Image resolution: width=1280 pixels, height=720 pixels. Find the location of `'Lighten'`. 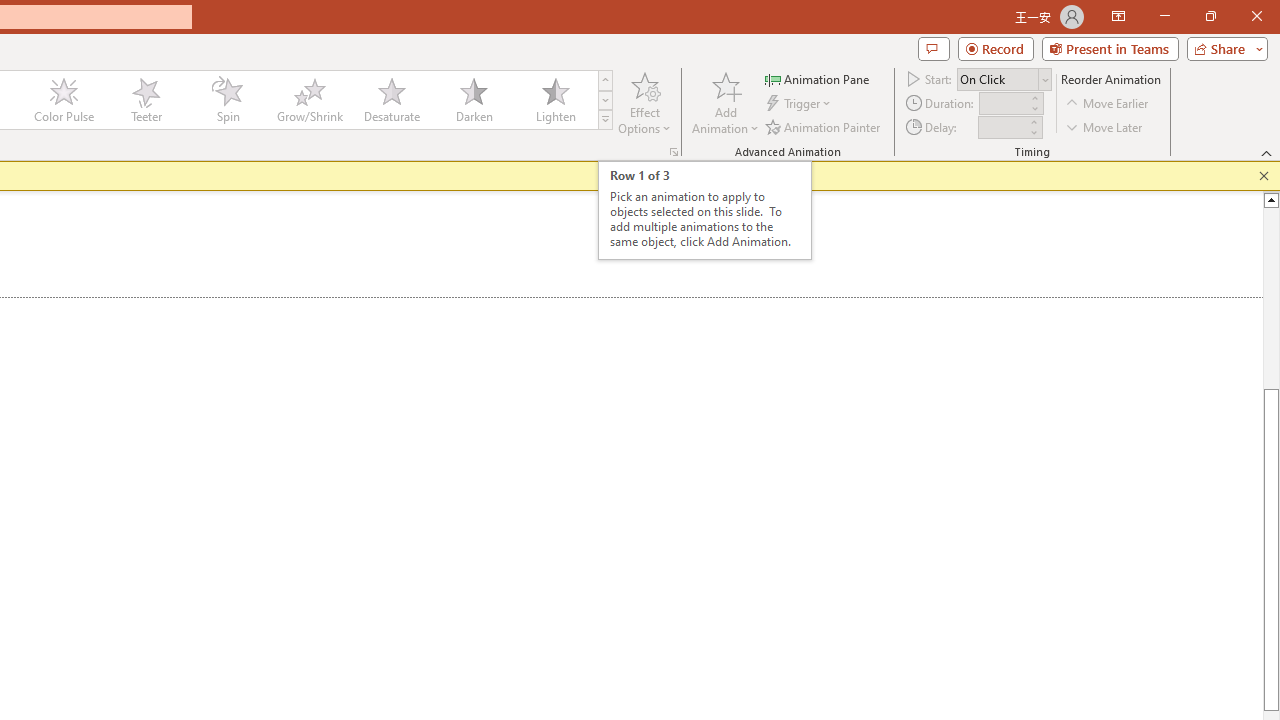

'Lighten' is located at coordinates (555, 100).